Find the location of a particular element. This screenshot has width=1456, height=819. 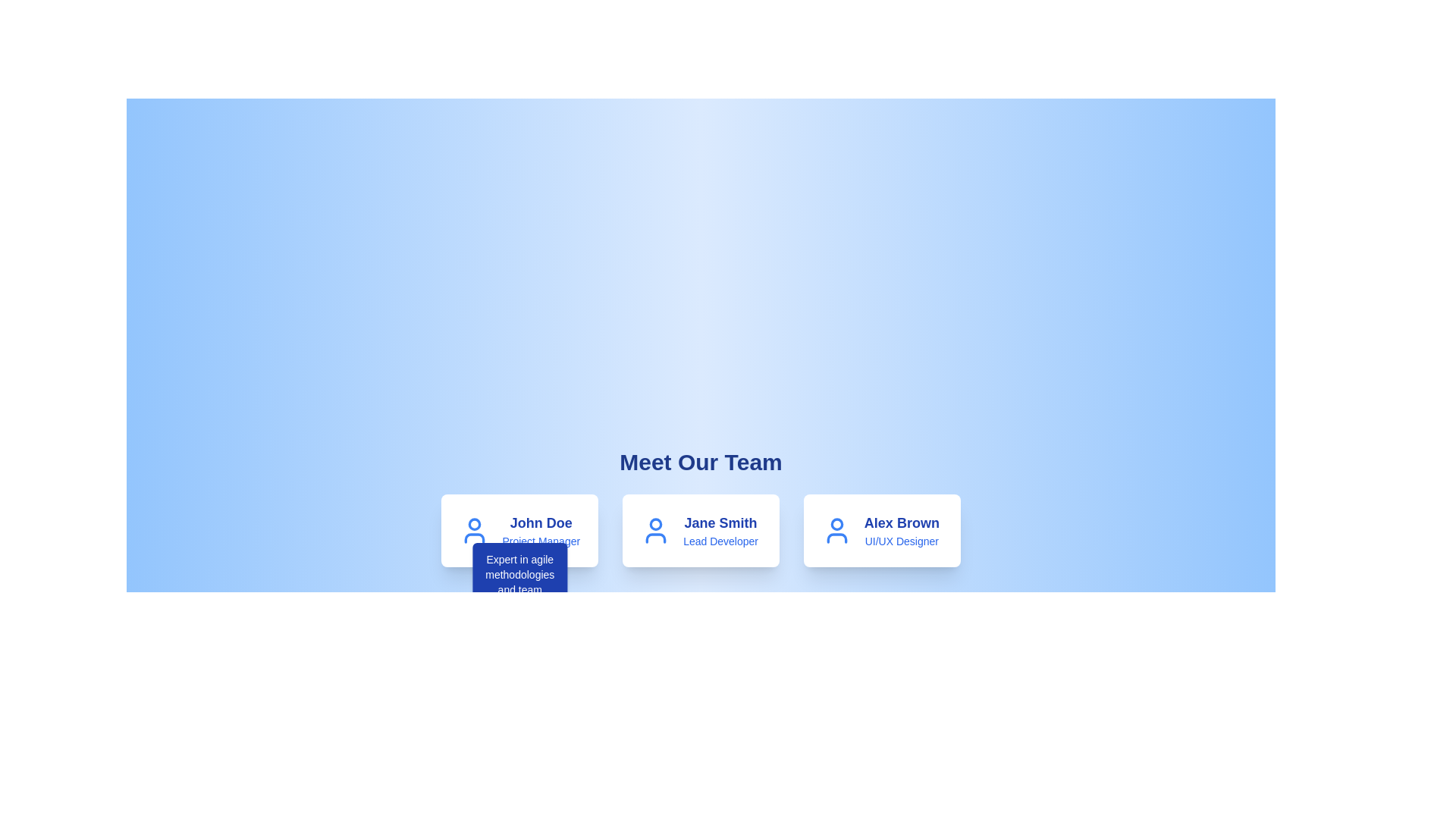

text displayed in the 'Project Manager' text label, which is styled in blue color and is located beneath the 'John Doe' name within the team member description card is located at coordinates (541, 540).